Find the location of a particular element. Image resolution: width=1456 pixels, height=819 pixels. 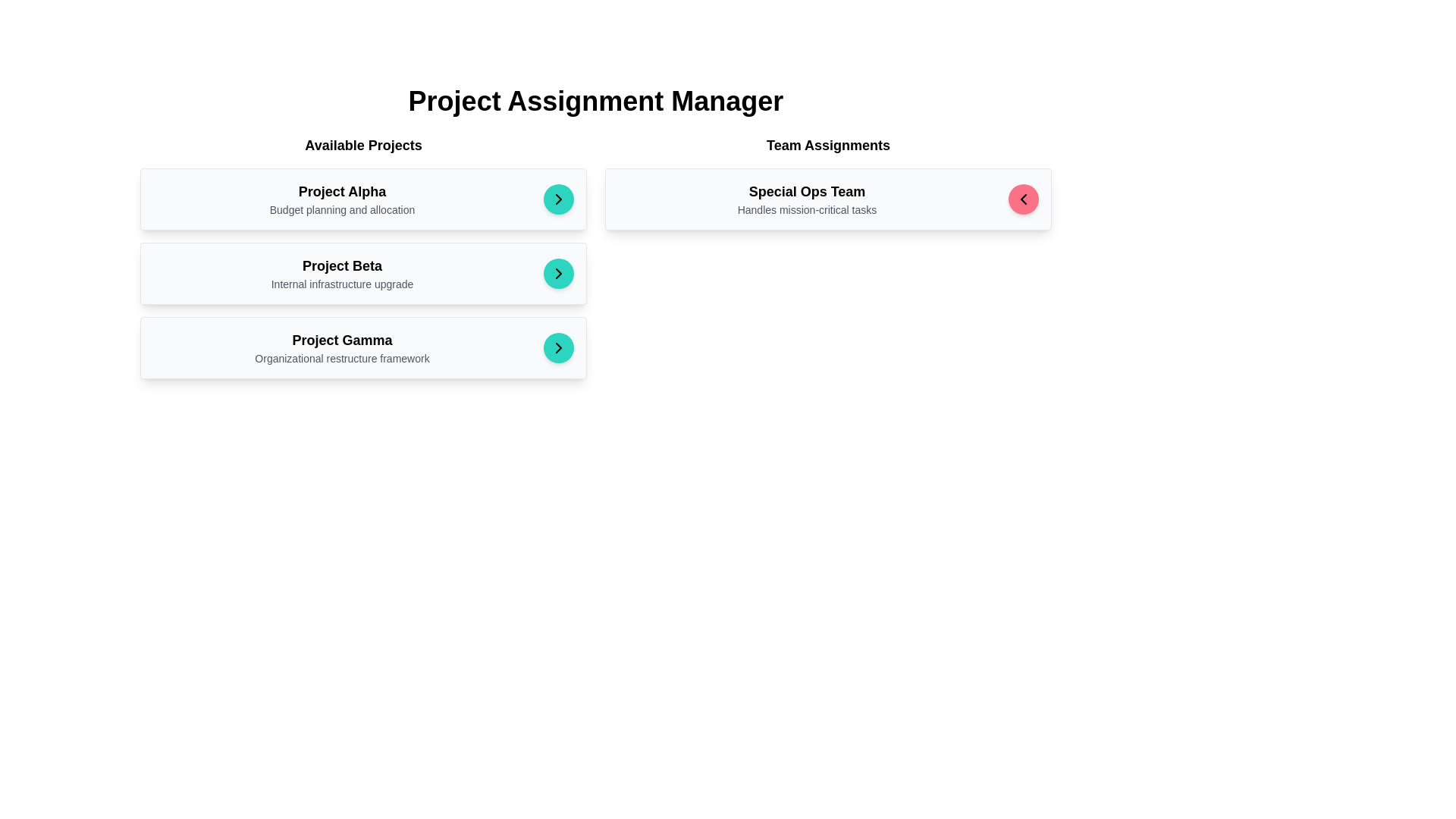

the text label that describes the project 'Project Alpha', located directly below the 'Project Alpha' title in the 'Available Projects' section is located at coordinates (341, 210).